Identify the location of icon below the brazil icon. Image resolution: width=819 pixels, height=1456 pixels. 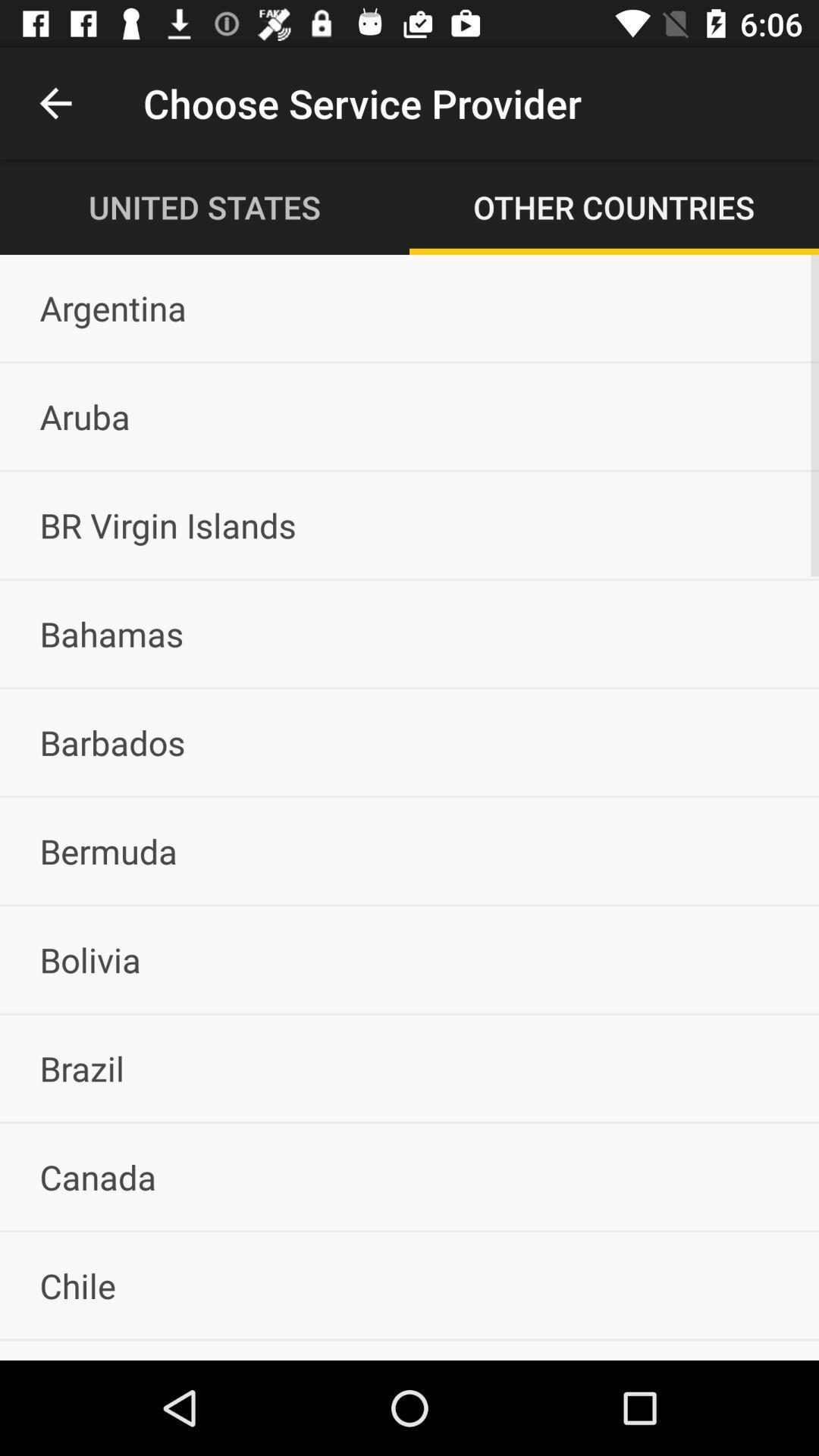
(409, 1176).